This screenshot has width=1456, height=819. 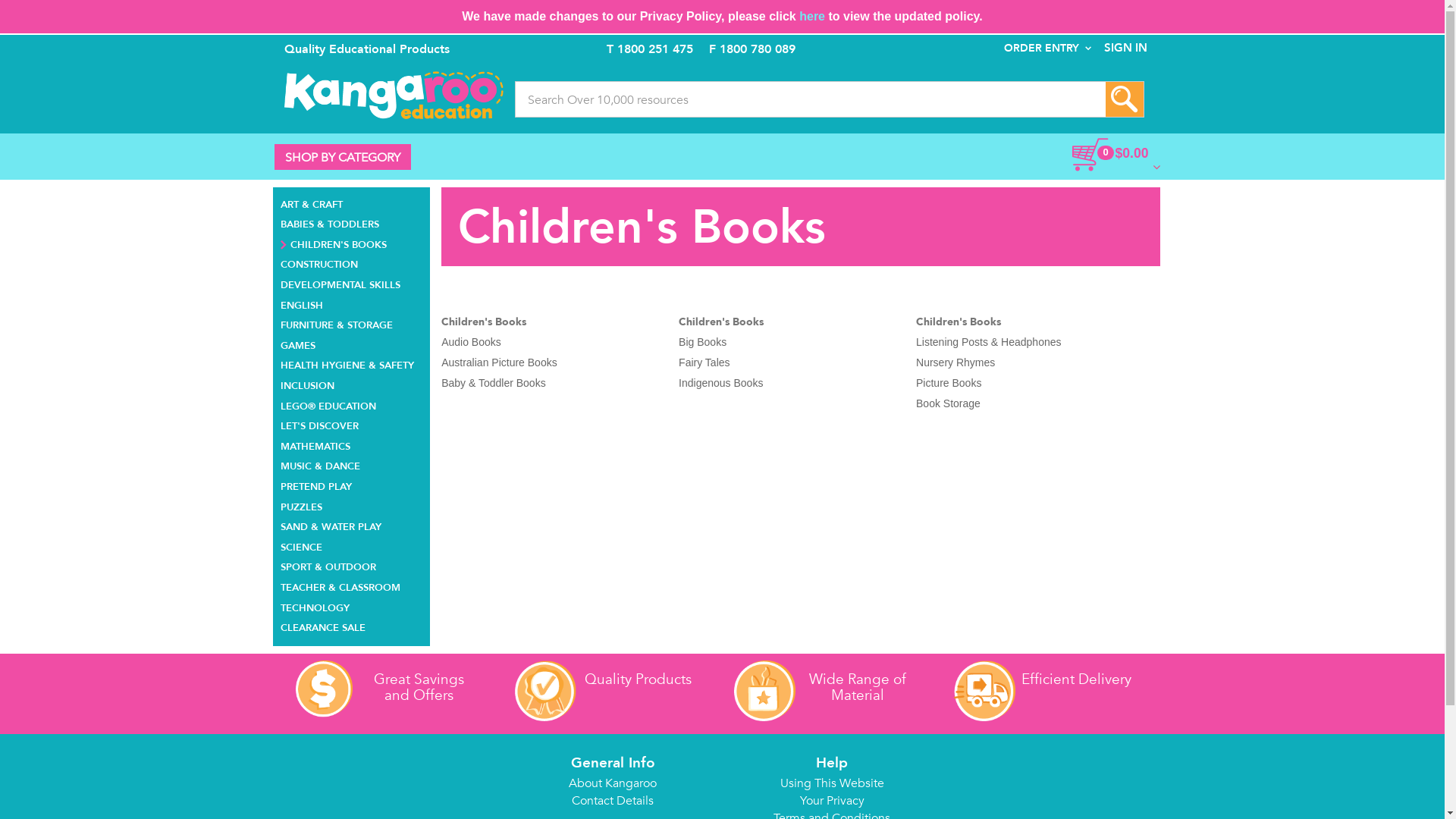 What do you see at coordinates (280, 505) in the screenshot?
I see `'PUZZLES'` at bounding box center [280, 505].